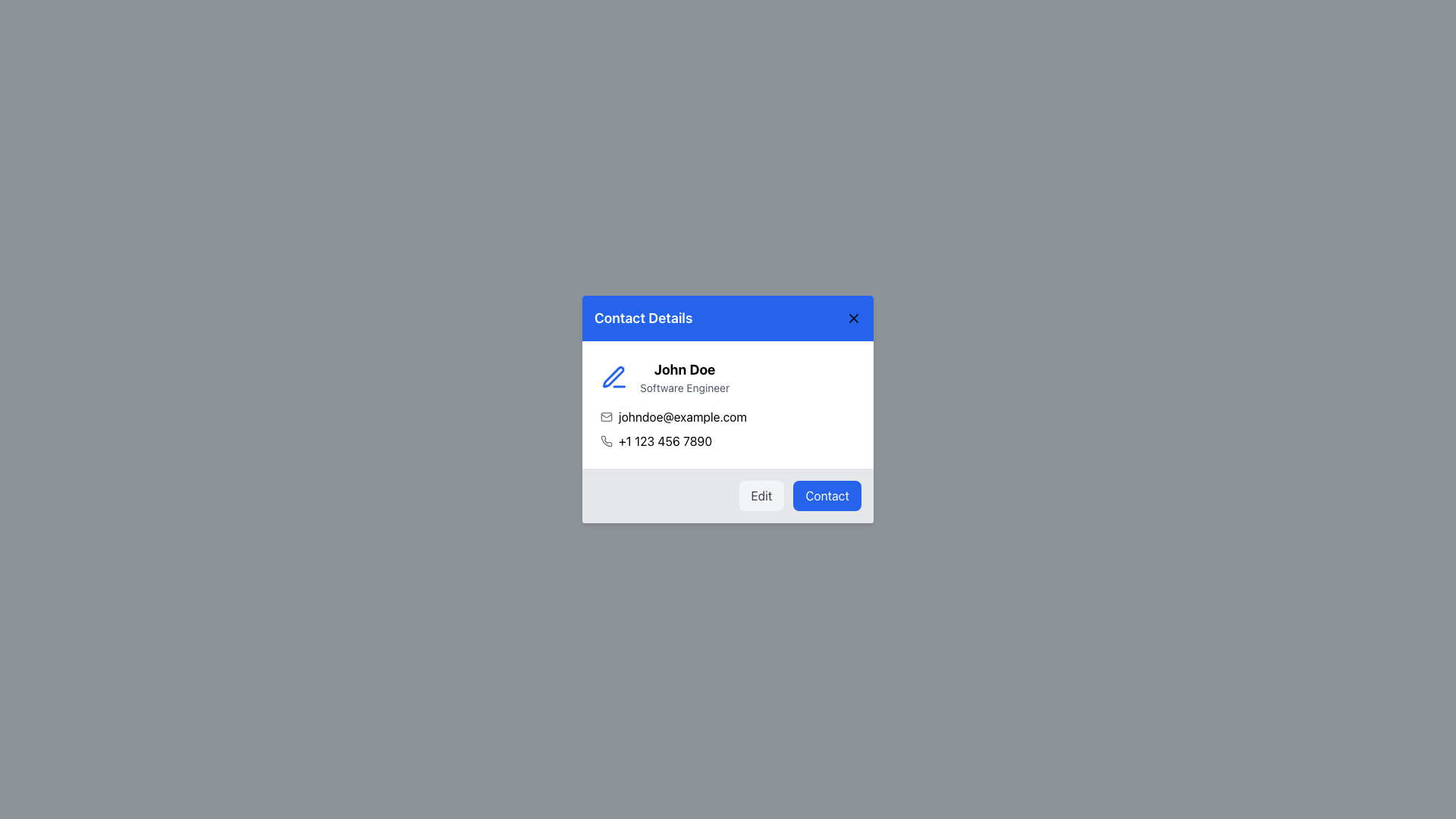 This screenshot has height=819, width=1456. I want to click on the 'Close' button located in the top-right corner of the 'Contact Details' dialog box, so click(854, 318).